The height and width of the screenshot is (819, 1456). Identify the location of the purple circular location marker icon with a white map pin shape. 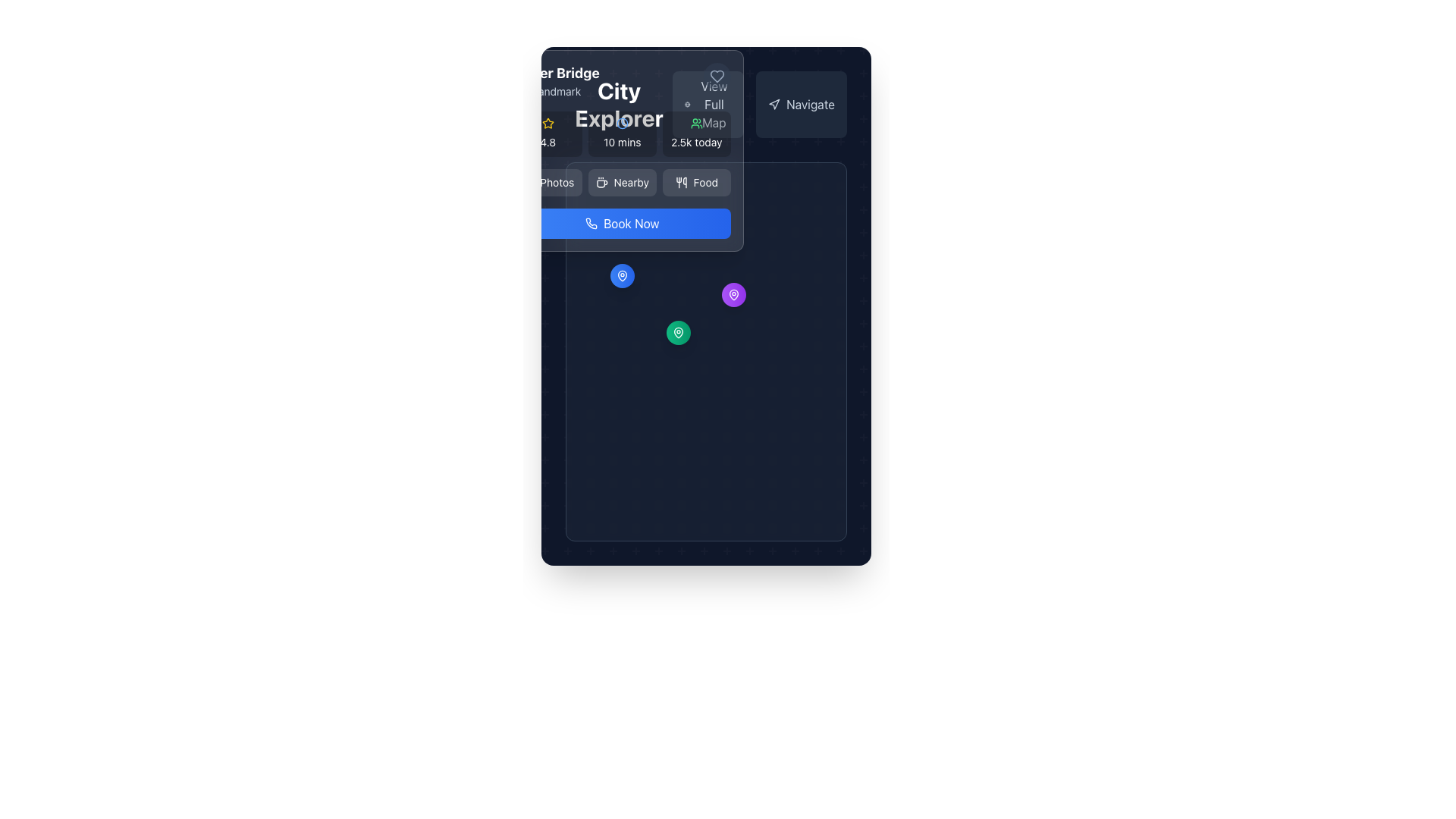
(734, 295).